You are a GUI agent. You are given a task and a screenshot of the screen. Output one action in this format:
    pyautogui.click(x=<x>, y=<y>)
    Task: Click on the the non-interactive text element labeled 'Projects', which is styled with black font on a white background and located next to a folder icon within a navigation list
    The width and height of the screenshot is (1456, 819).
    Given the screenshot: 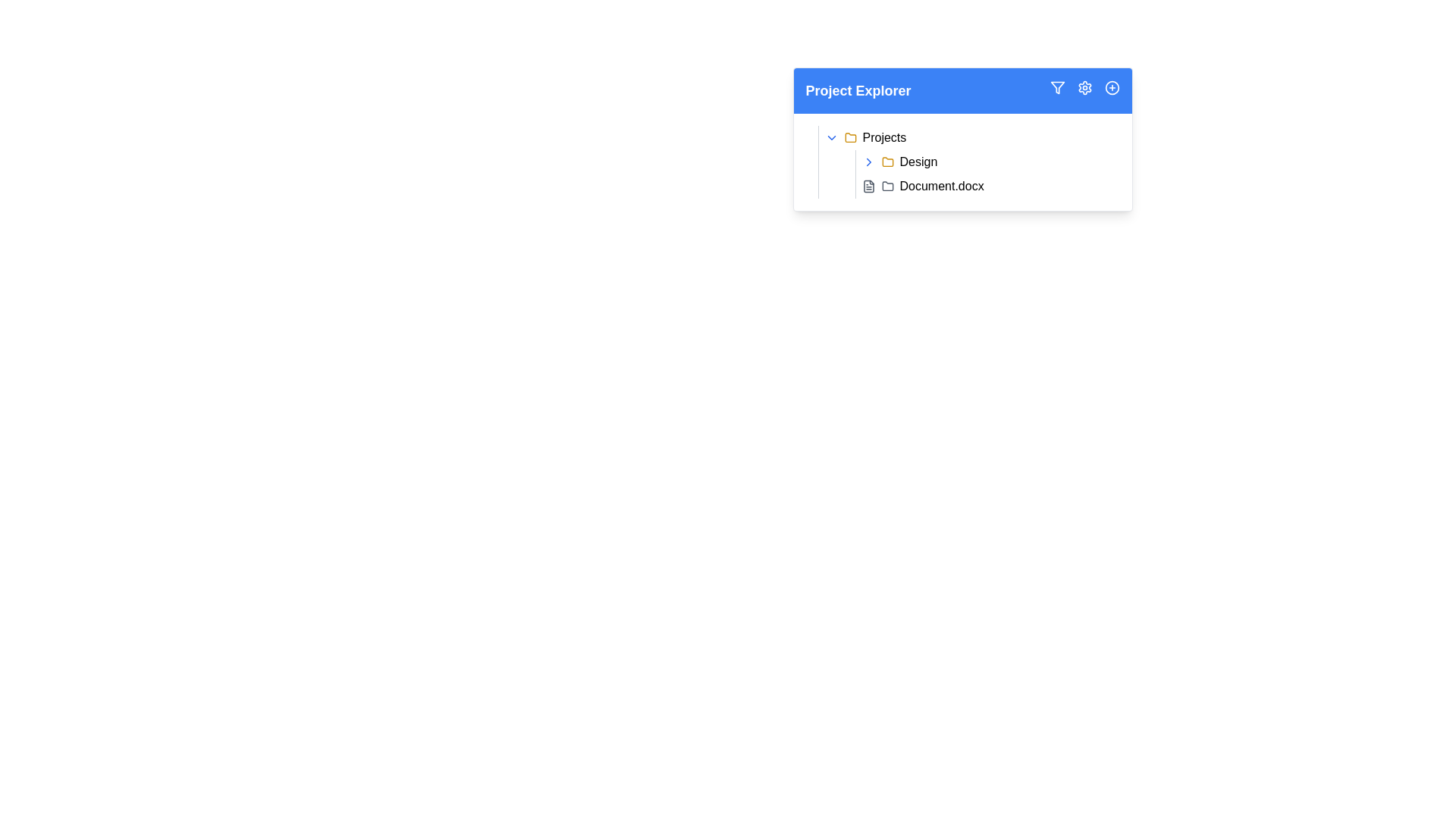 What is the action you would take?
    pyautogui.click(x=884, y=137)
    